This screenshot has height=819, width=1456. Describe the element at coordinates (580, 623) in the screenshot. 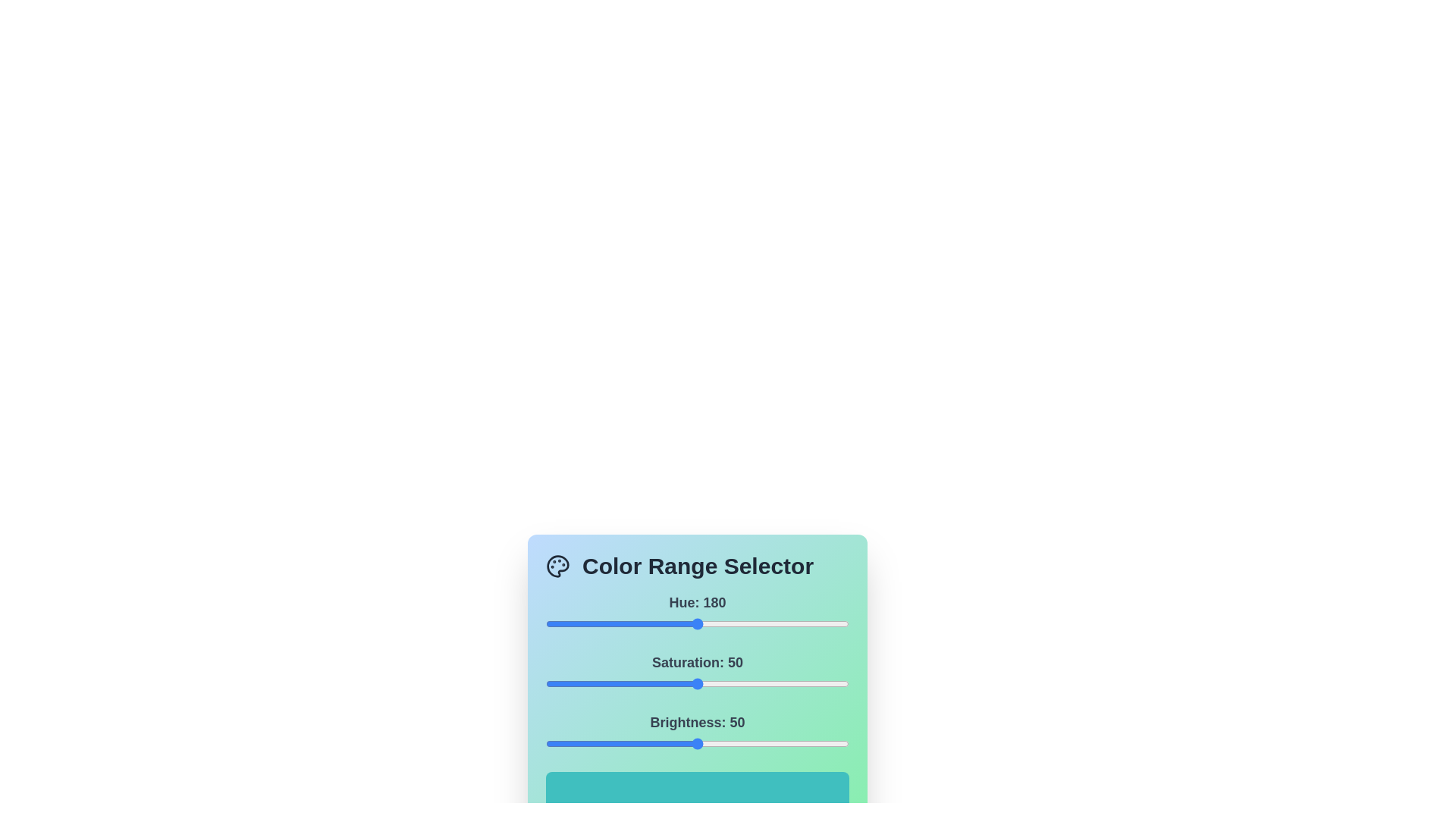

I see `the 0 slider to 42` at that location.